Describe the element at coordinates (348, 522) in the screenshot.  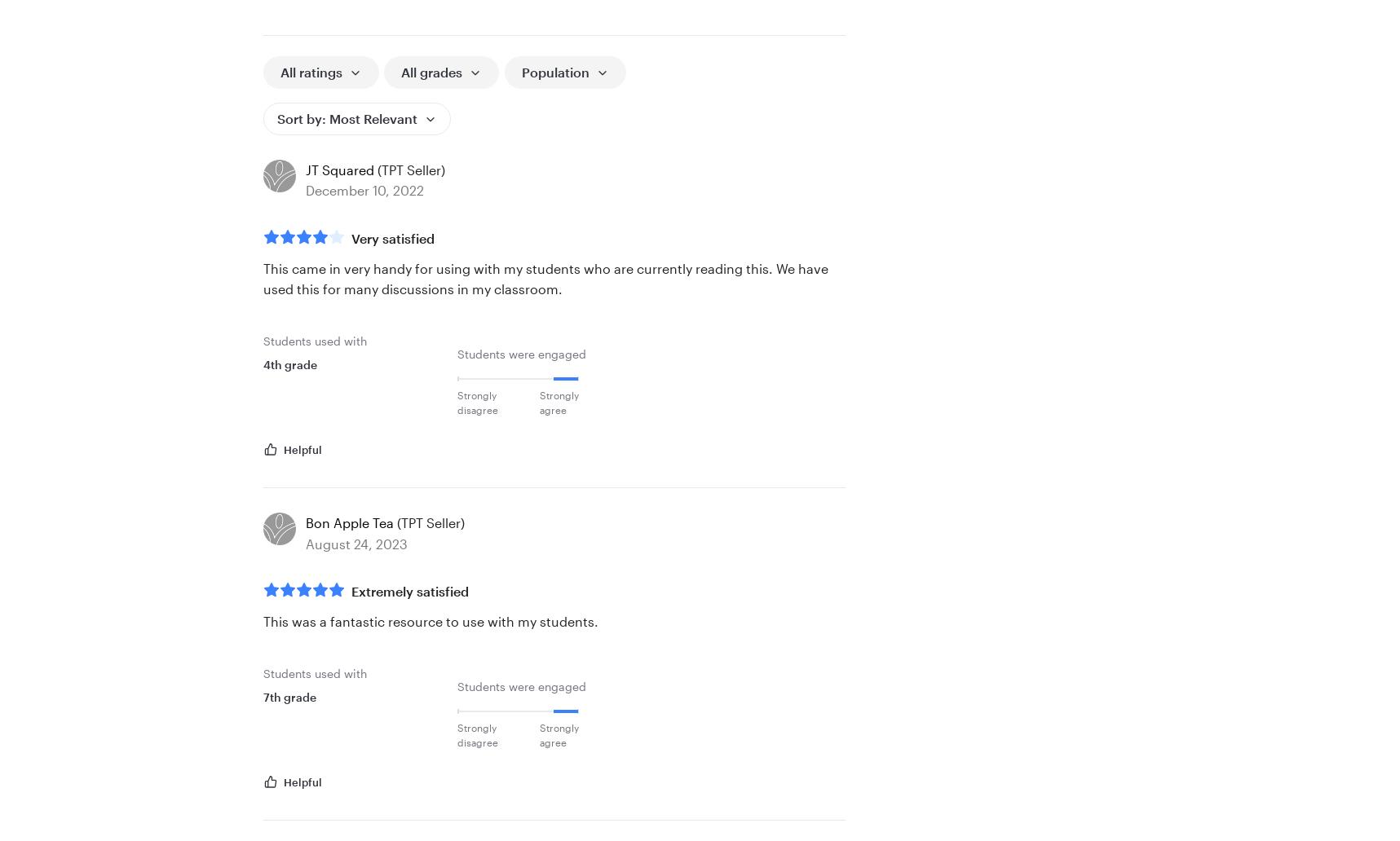
I see `'Bon Apple Tea'` at that location.